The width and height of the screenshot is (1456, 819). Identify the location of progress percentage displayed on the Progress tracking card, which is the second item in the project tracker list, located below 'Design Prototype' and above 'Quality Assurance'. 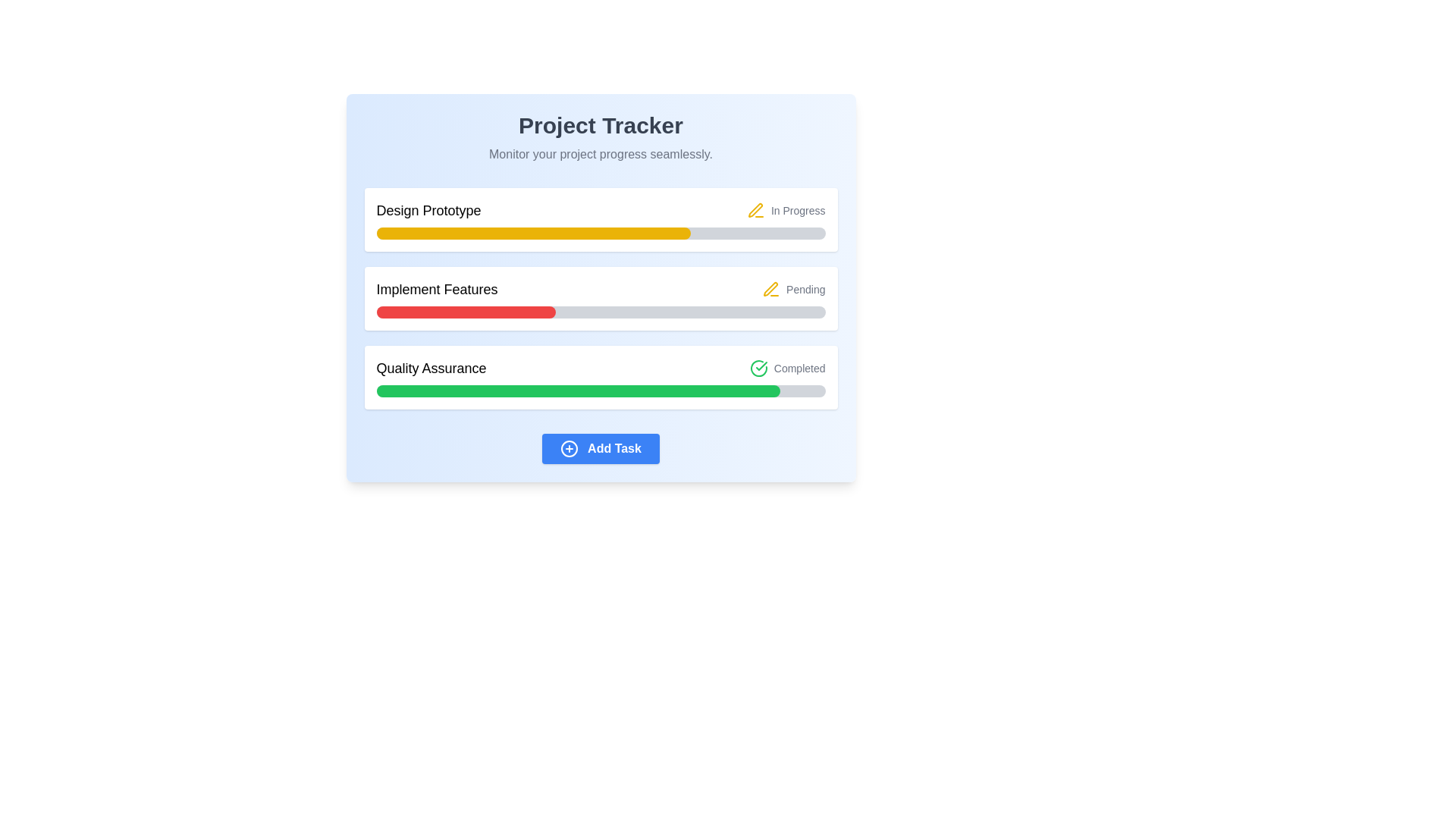
(600, 298).